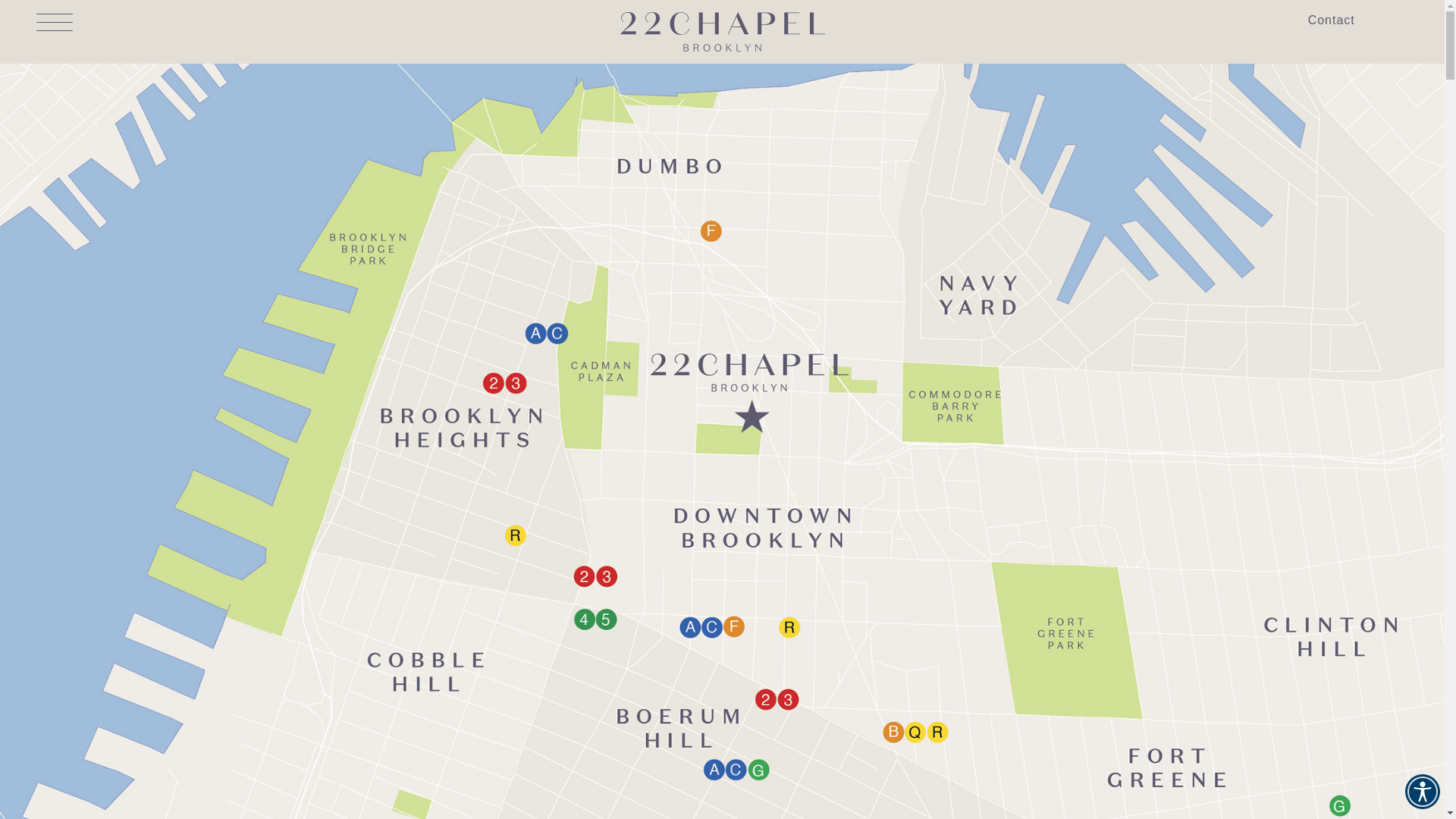 The image size is (1456, 819). Describe the element at coordinates (1331, 20) in the screenshot. I see `'Contact'` at that location.